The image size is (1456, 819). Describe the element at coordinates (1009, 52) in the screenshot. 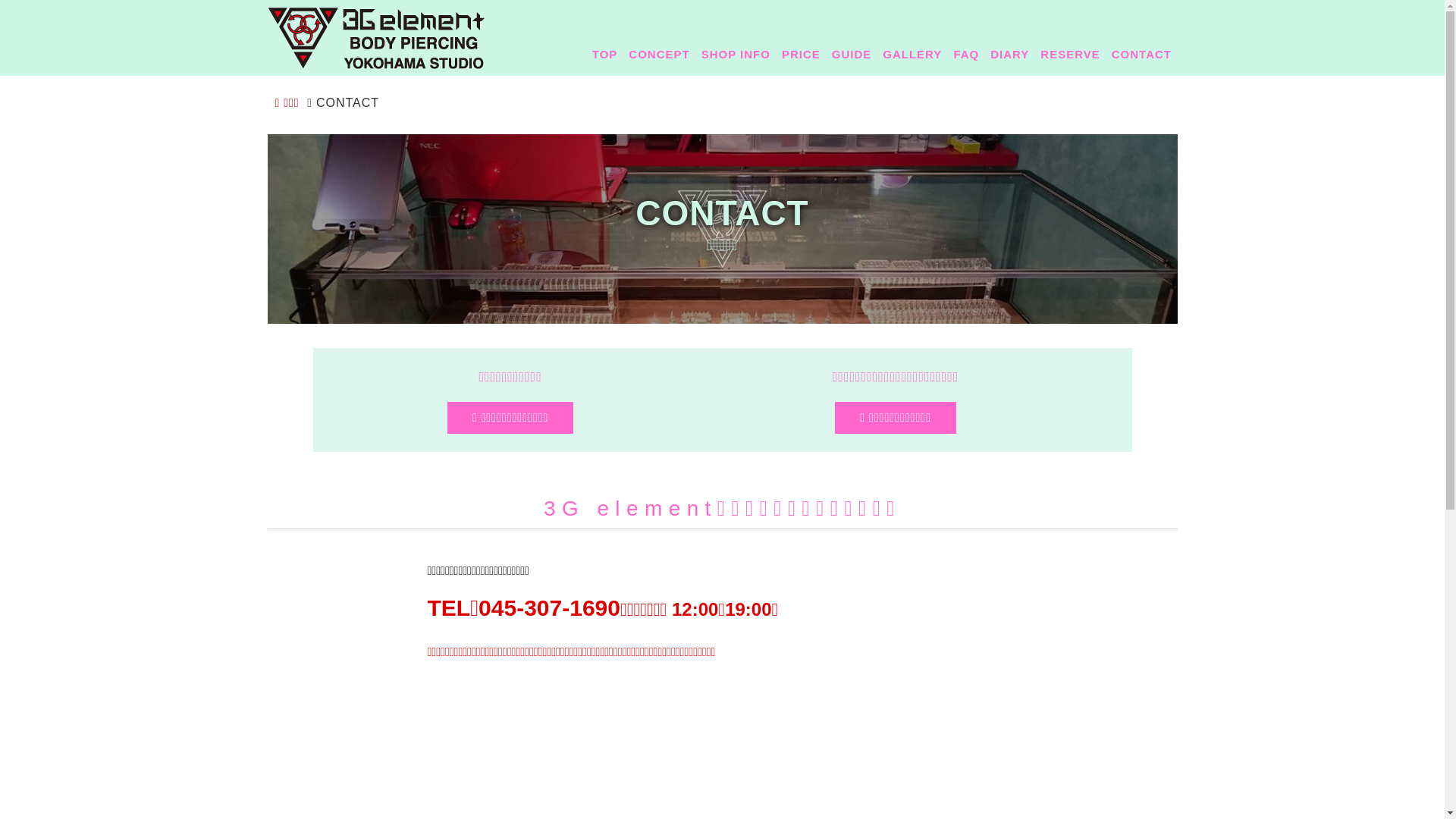

I see `'DIARY'` at that location.